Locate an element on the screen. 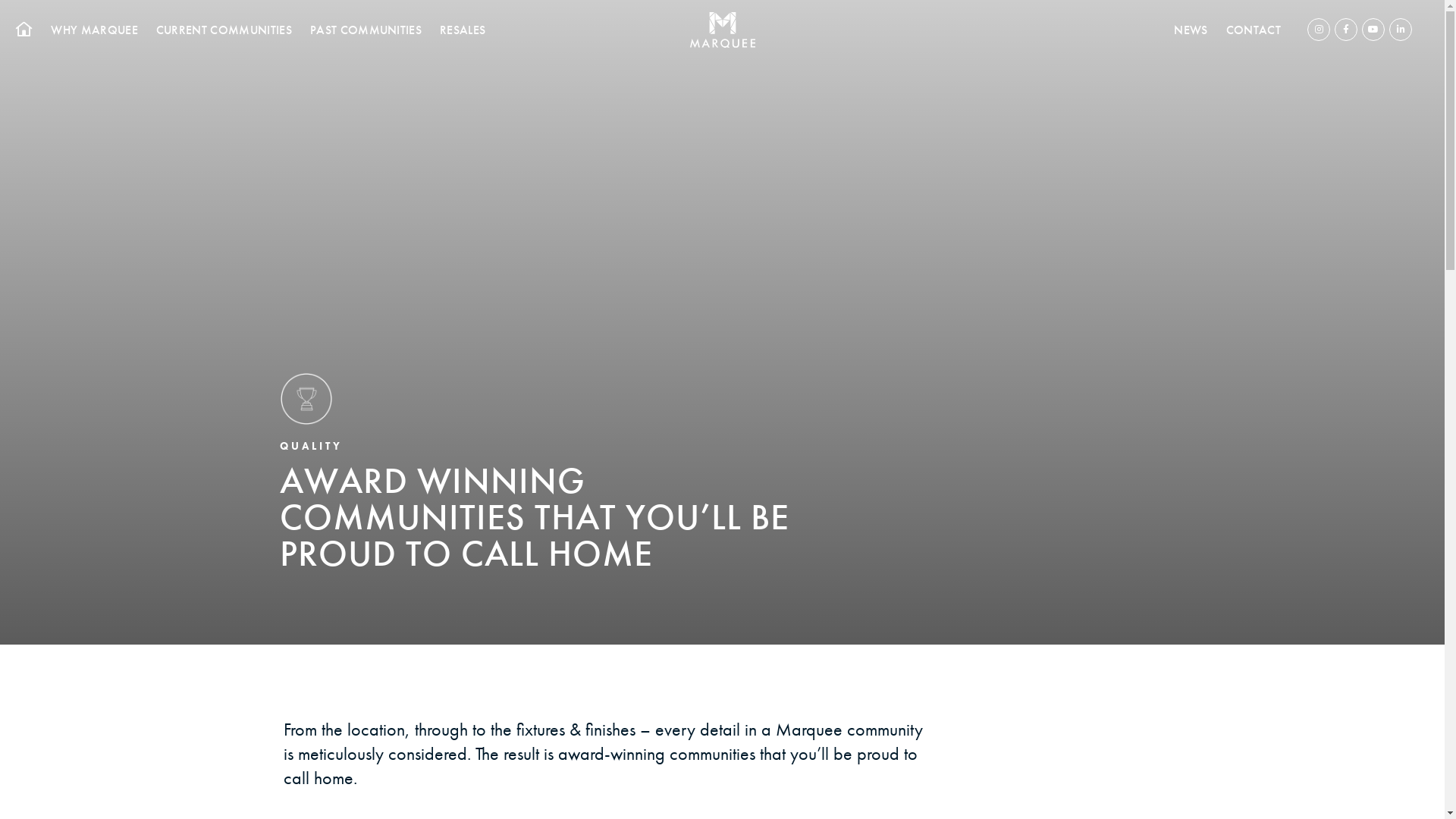 The height and width of the screenshot is (819, 1456). 'Skip to primary navigation' is located at coordinates (0, 0).